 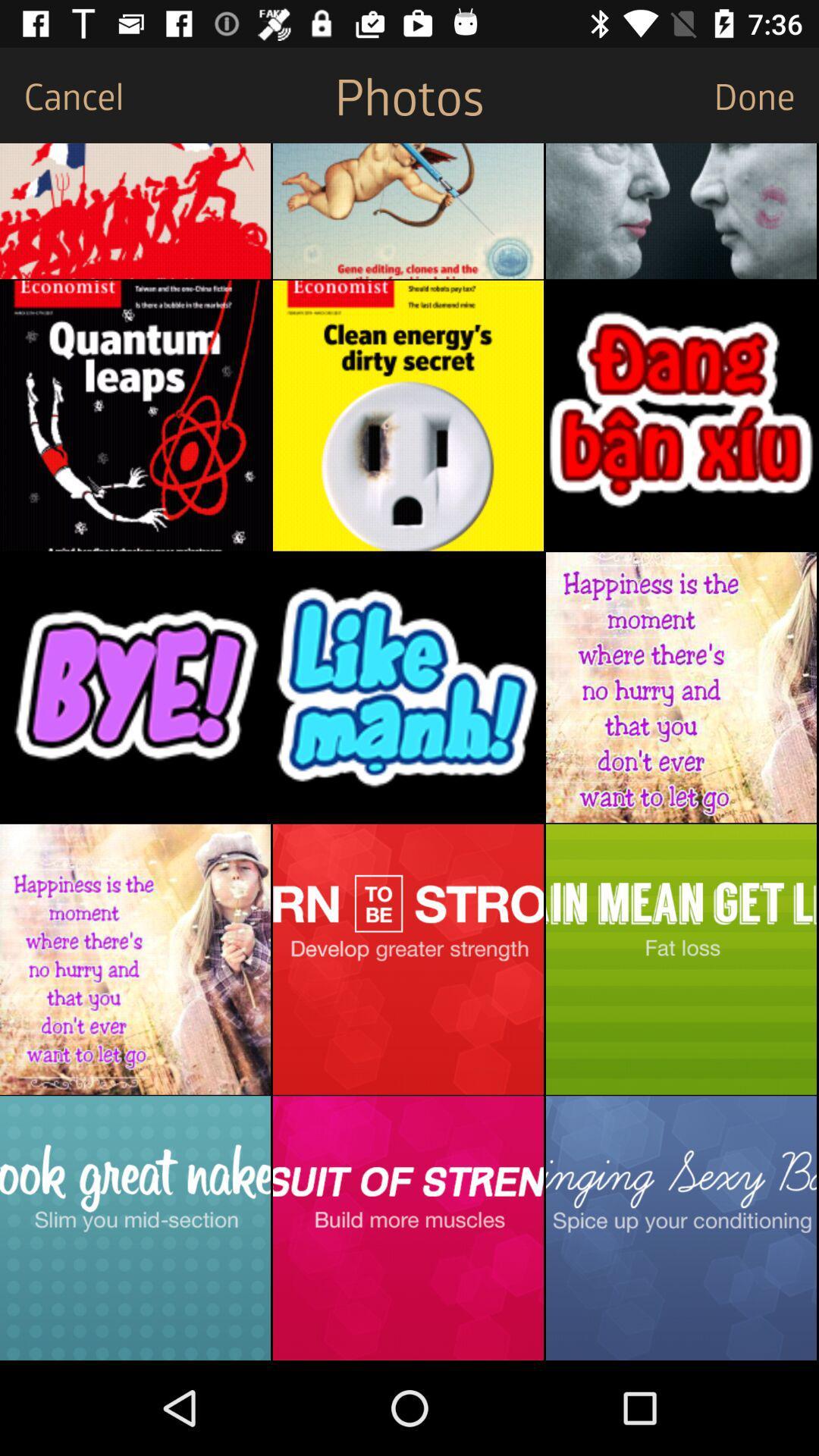 What do you see at coordinates (407, 686) in the screenshot?
I see `look at a photo` at bounding box center [407, 686].